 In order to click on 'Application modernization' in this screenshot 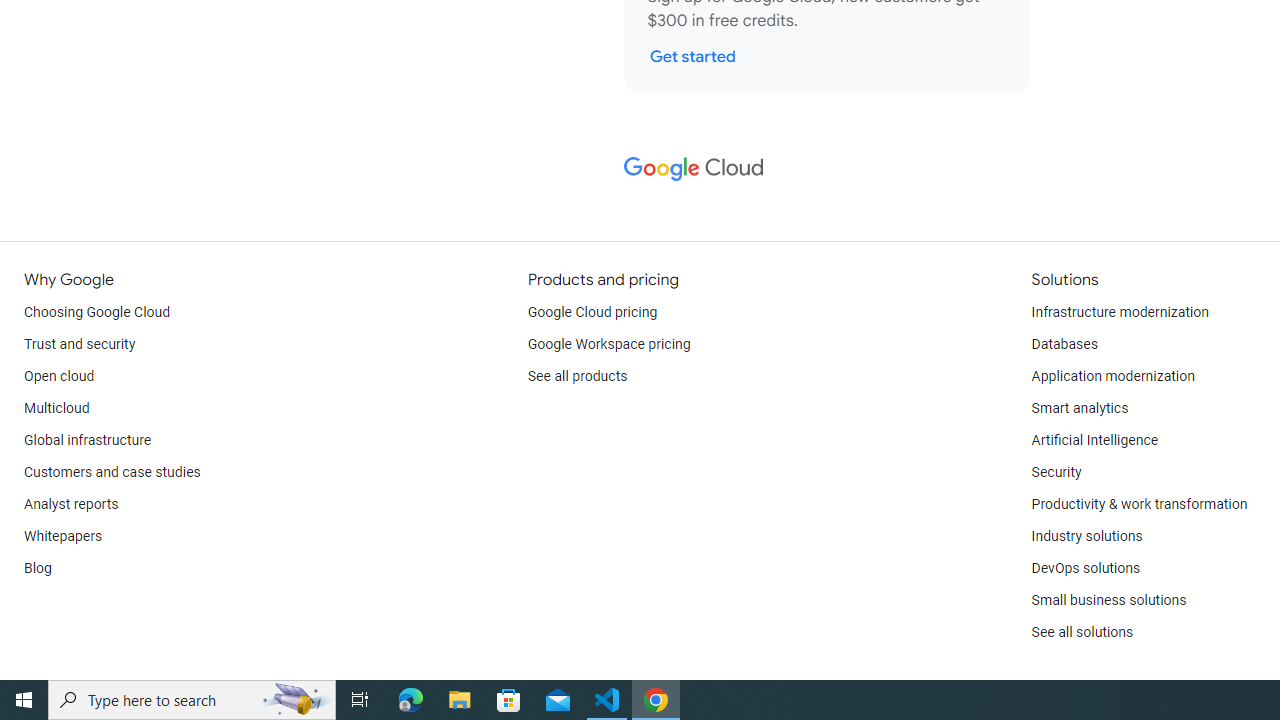, I will do `click(1111, 376)`.